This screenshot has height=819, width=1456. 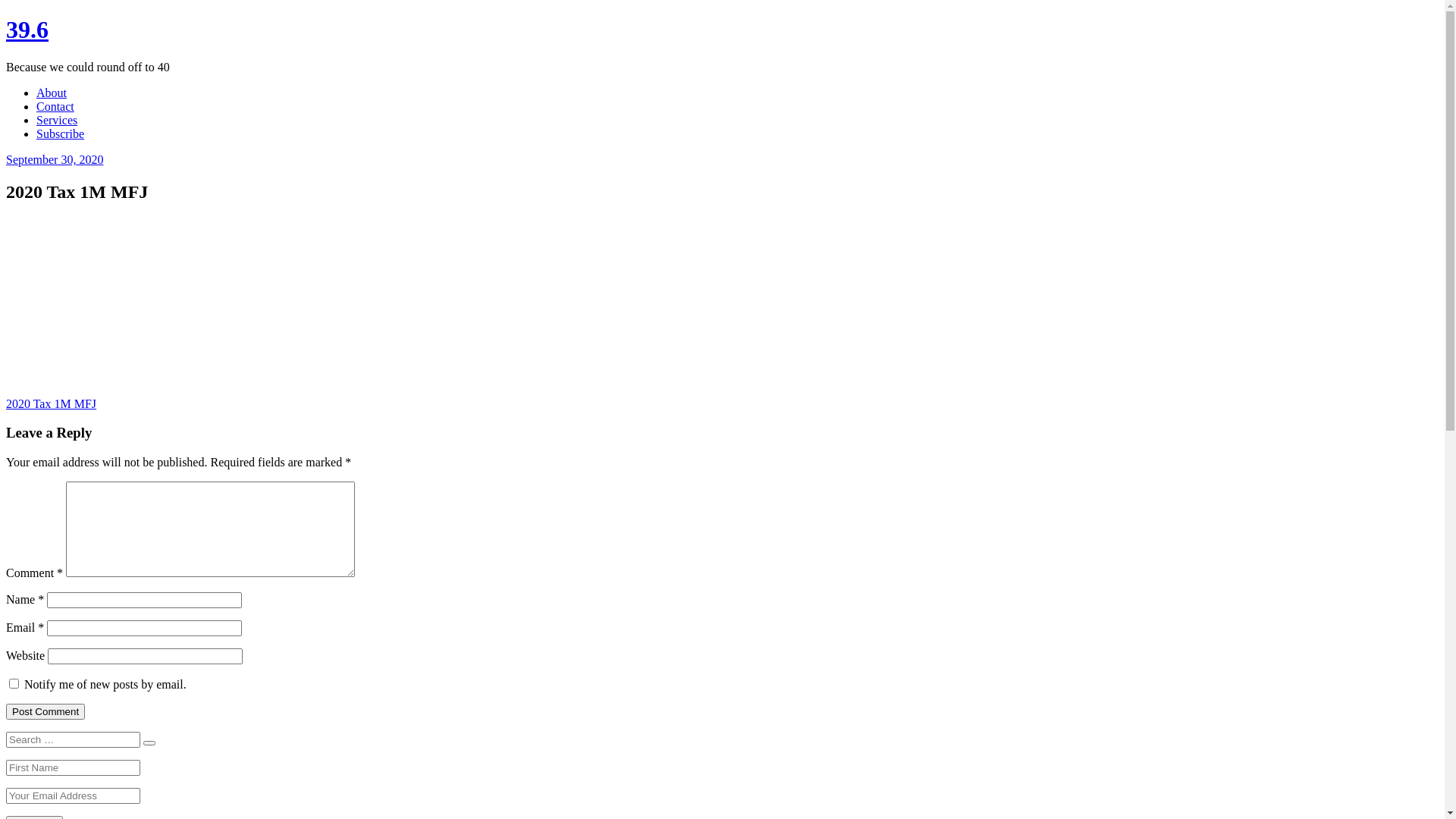 What do you see at coordinates (57, 119) in the screenshot?
I see `'Services'` at bounding box center [57, 119].